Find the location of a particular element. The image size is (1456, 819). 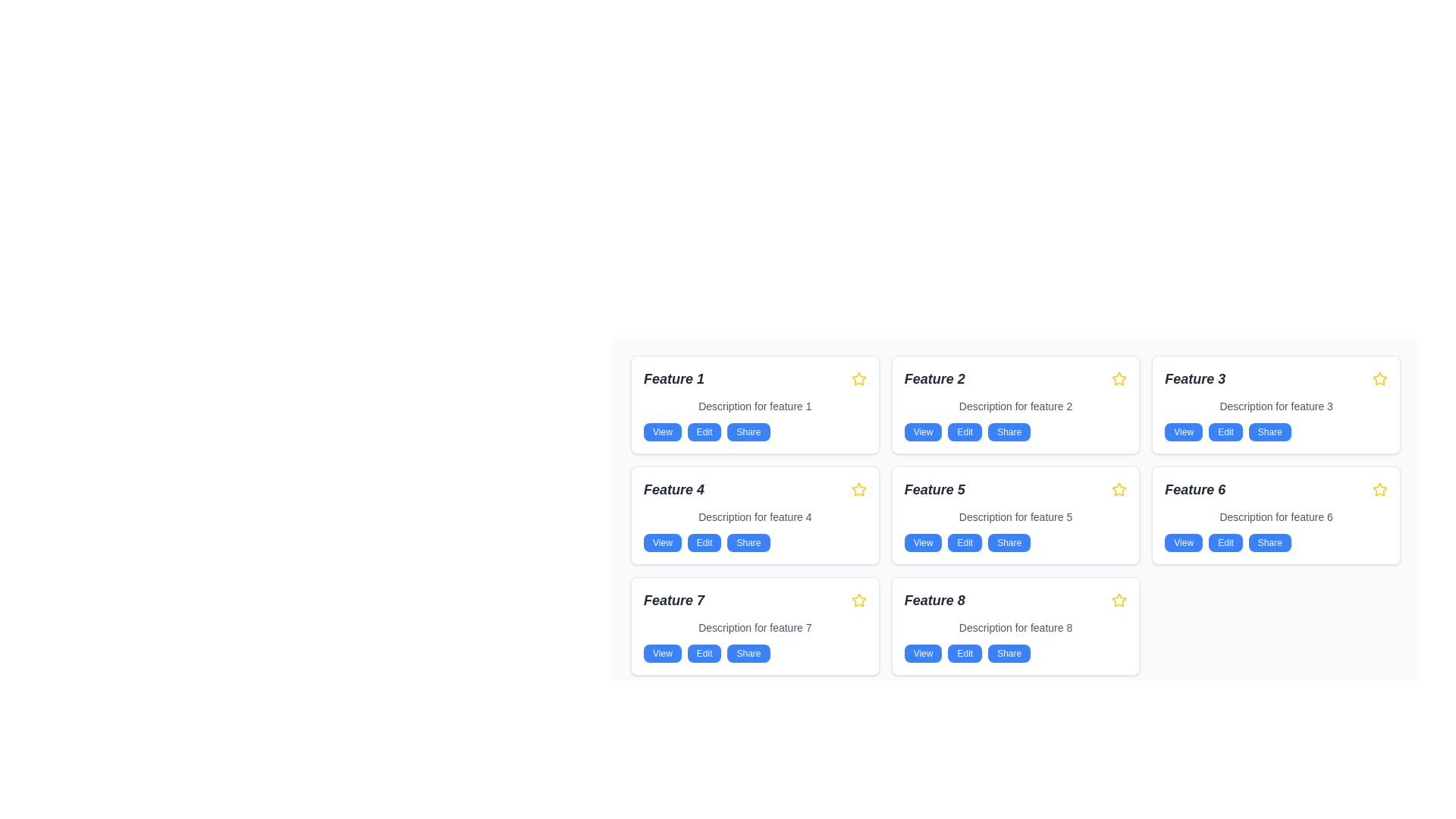

the 'Share' button located below the text 'Description for feature 1' in the first feature card from the left in the top row of the grid layout is located at coordinates (755, 432).